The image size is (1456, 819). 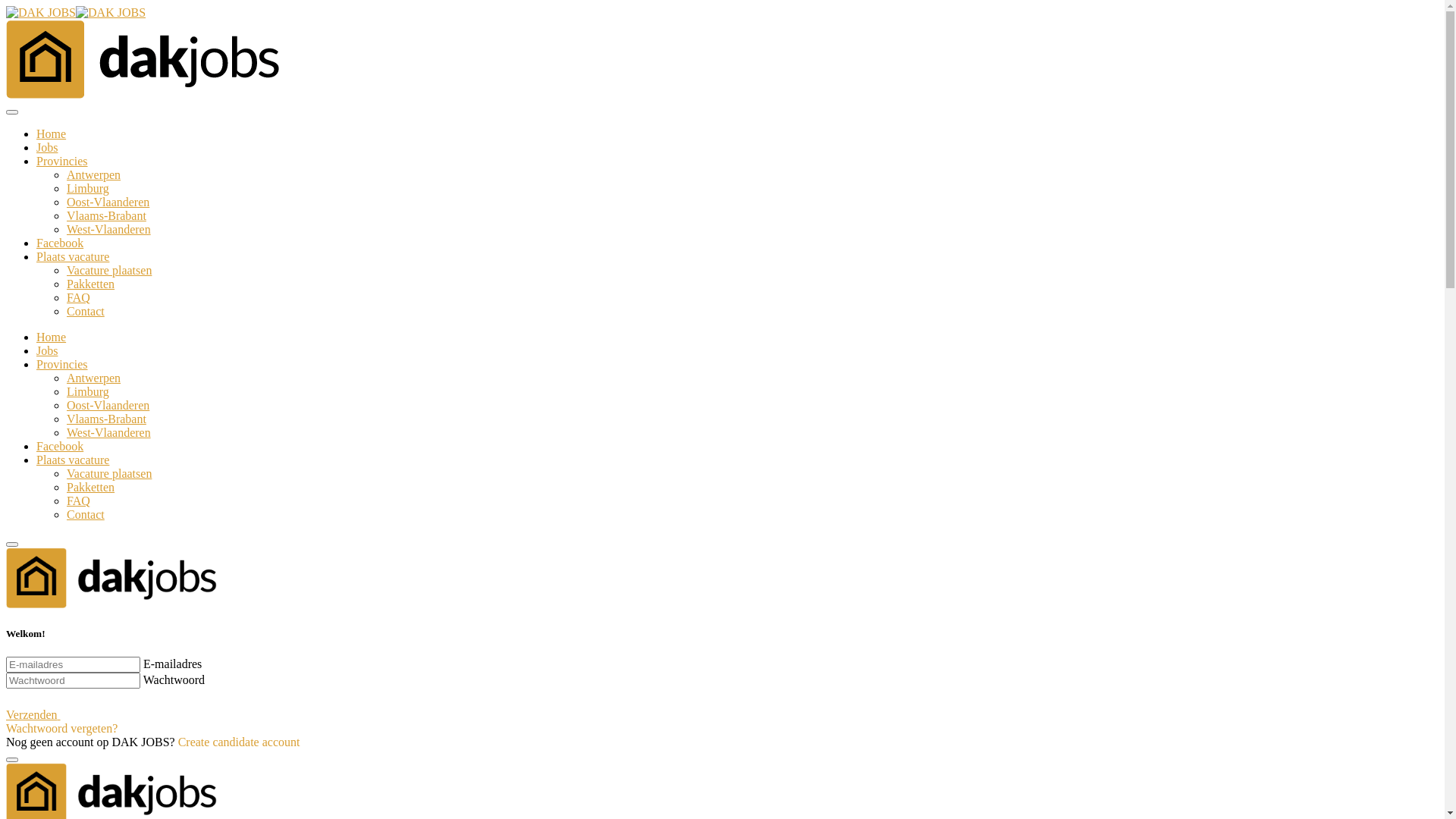 What do you see at coordinates (65, 404) in the screenshot?
I see `'Oost-Vlaanderen'` at bounding box center [65, 404].